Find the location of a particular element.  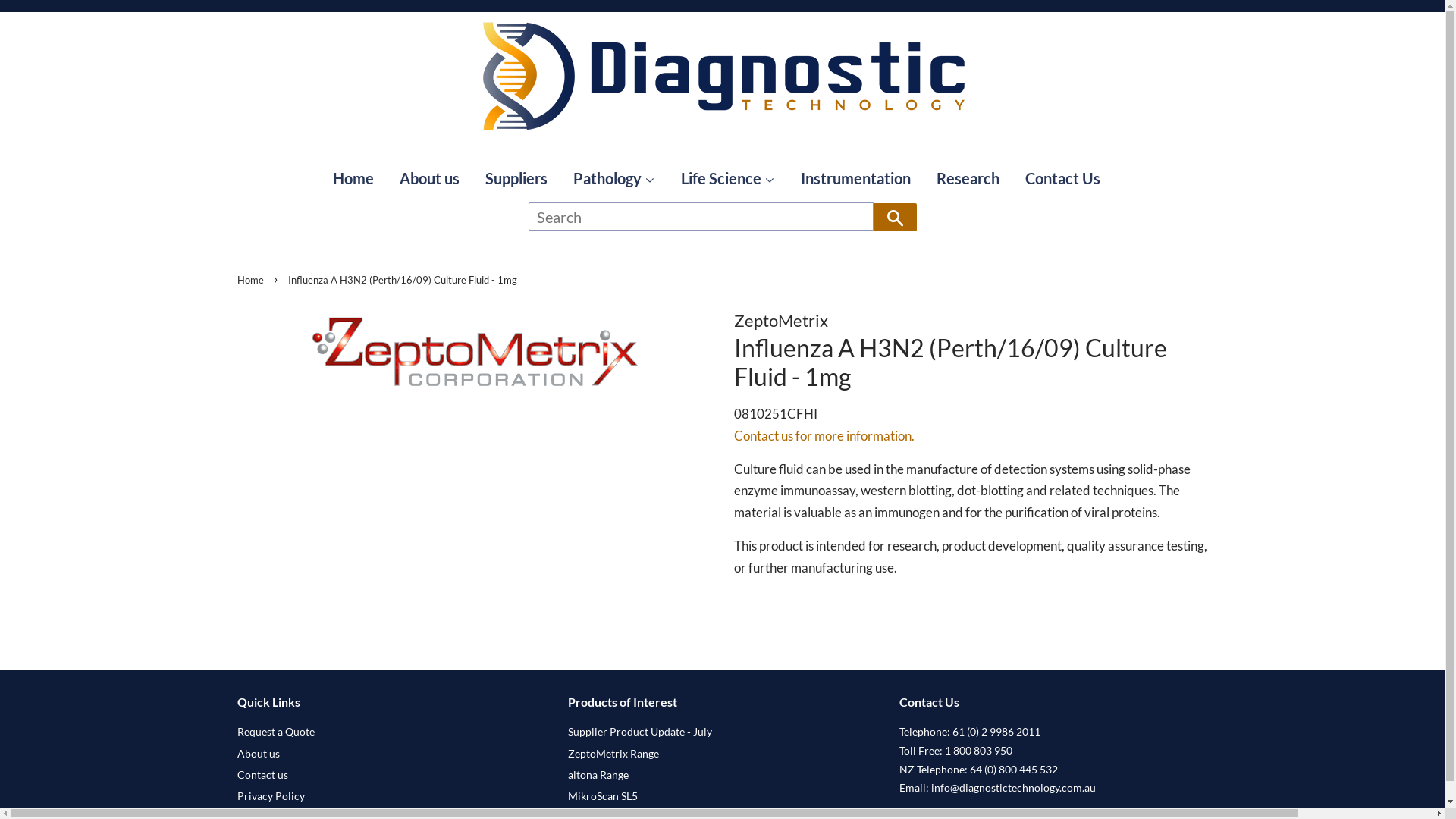

'Research' is located at coordinates (967, 177).